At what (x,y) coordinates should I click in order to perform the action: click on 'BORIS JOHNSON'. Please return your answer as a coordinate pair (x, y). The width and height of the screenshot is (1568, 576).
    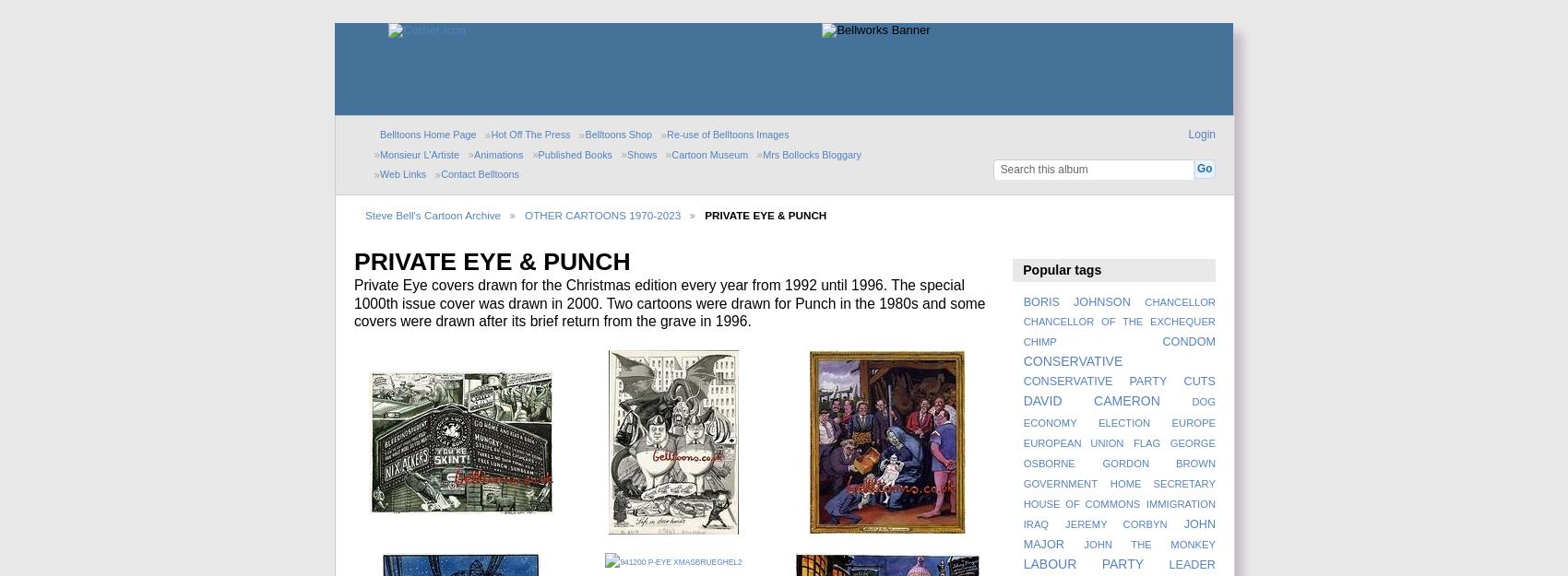
    Looking at the image, I should click on (1076, 302).